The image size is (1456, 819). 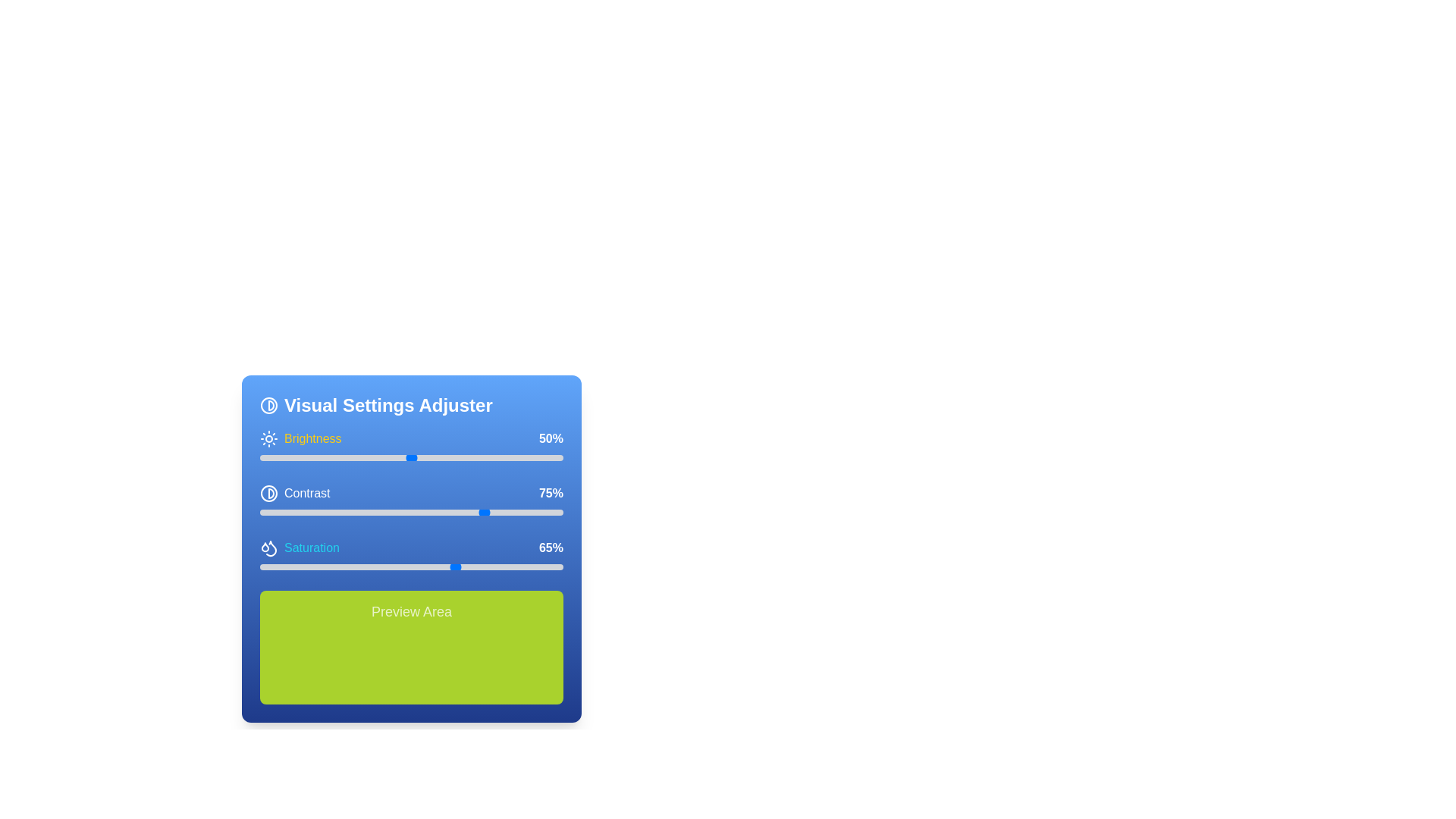 What do you see at coordinates (438, 567) in the screenshot?
I see `saturation` at bounding box center [438, 567].